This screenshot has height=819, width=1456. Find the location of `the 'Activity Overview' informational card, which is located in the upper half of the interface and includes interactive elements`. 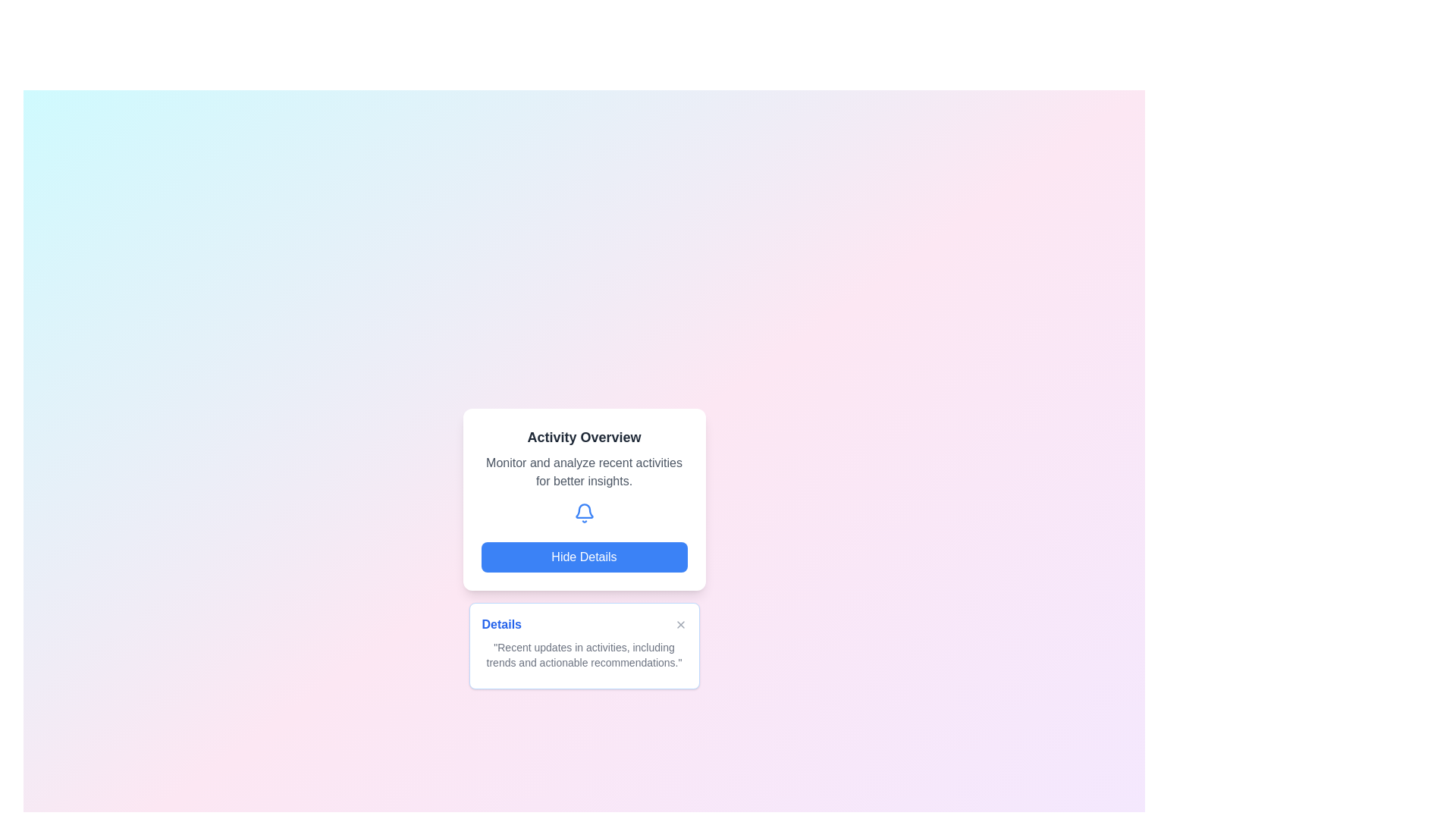

the 'Activity Overview' informational card, which is located in the upper half of the interface and includes interactive elements is located at coordinates (583, 500).